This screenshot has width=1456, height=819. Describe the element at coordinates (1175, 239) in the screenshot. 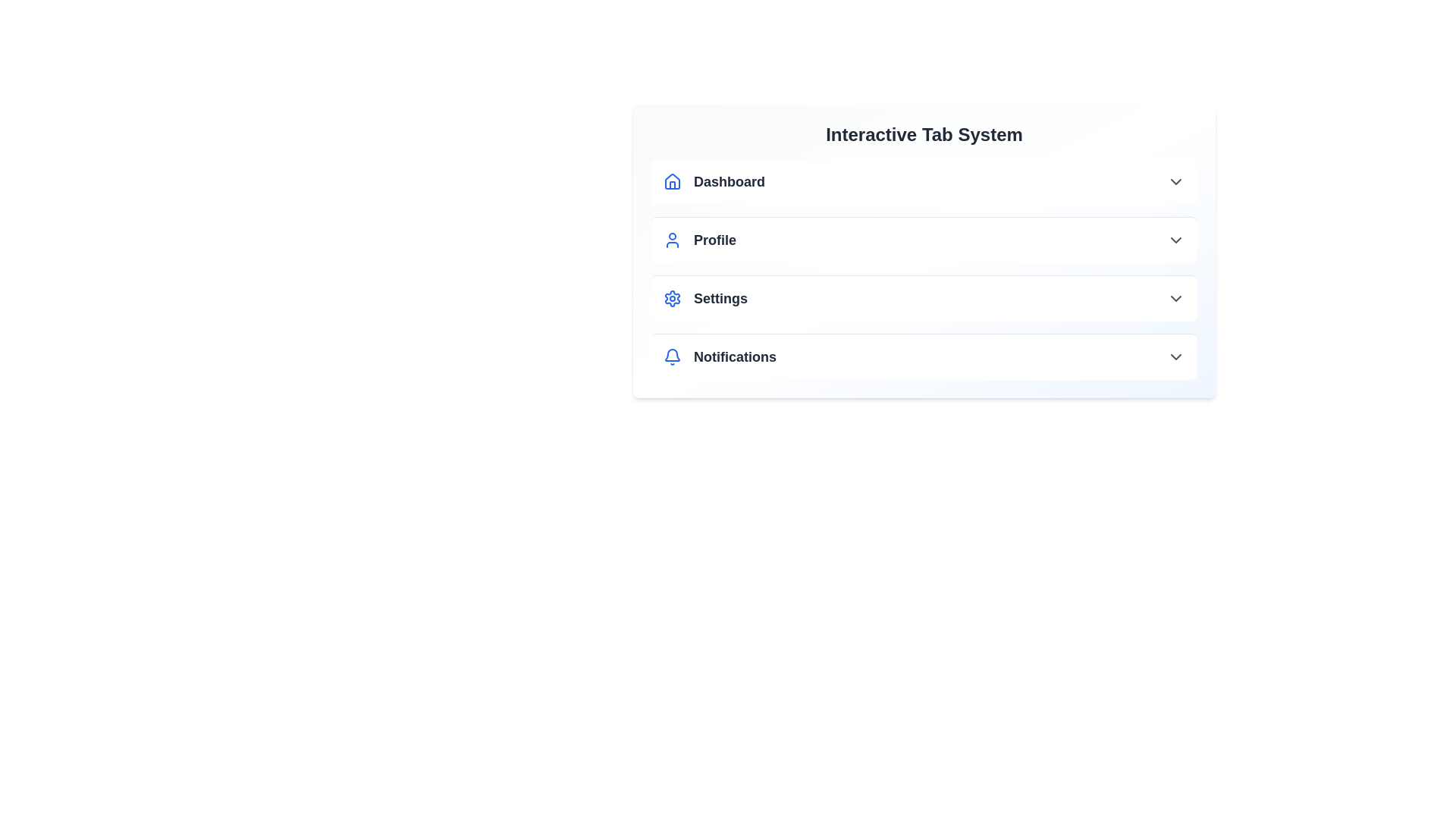

I see `the Dropdown indicator icon located at the far right of the 'Profile' row, which serves as the activator for expanding or collapsing additional details` at that location.